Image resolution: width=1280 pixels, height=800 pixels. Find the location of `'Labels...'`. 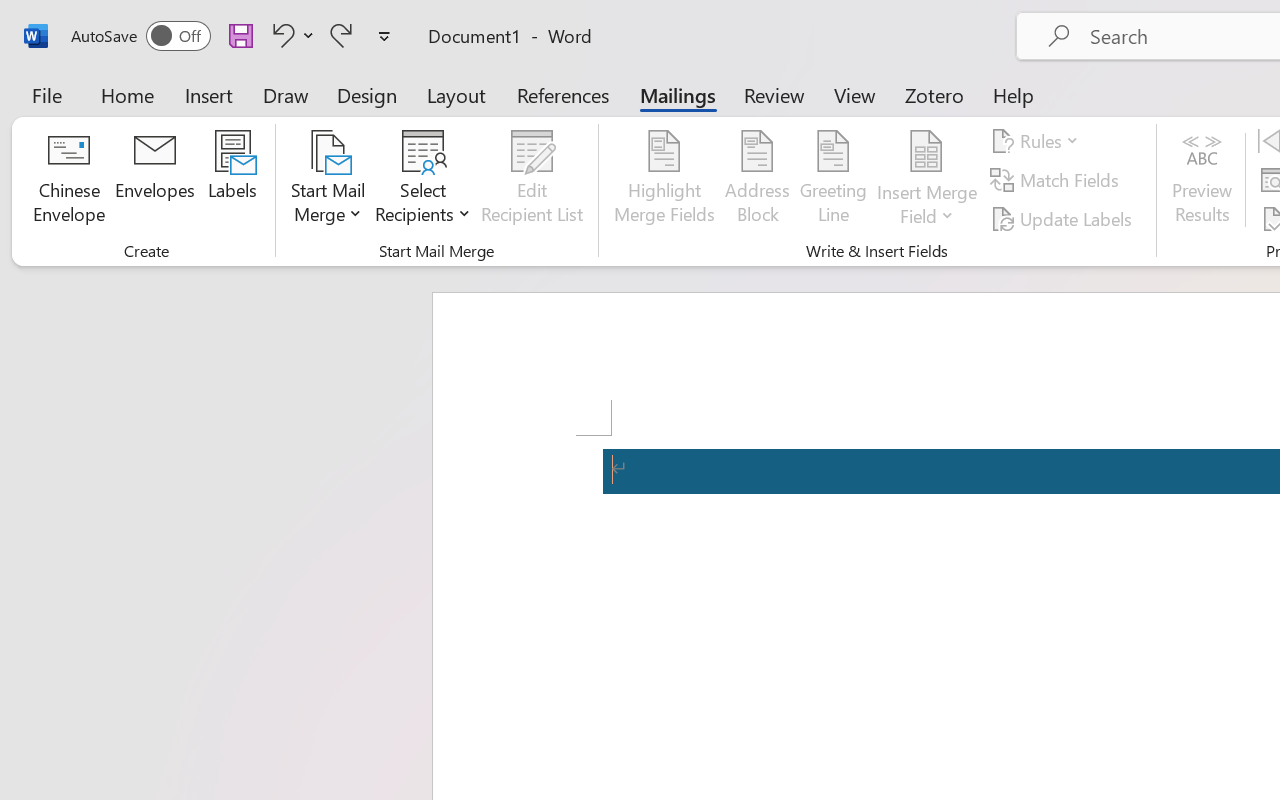

'Labels...' is located at coordinates (232, 179).